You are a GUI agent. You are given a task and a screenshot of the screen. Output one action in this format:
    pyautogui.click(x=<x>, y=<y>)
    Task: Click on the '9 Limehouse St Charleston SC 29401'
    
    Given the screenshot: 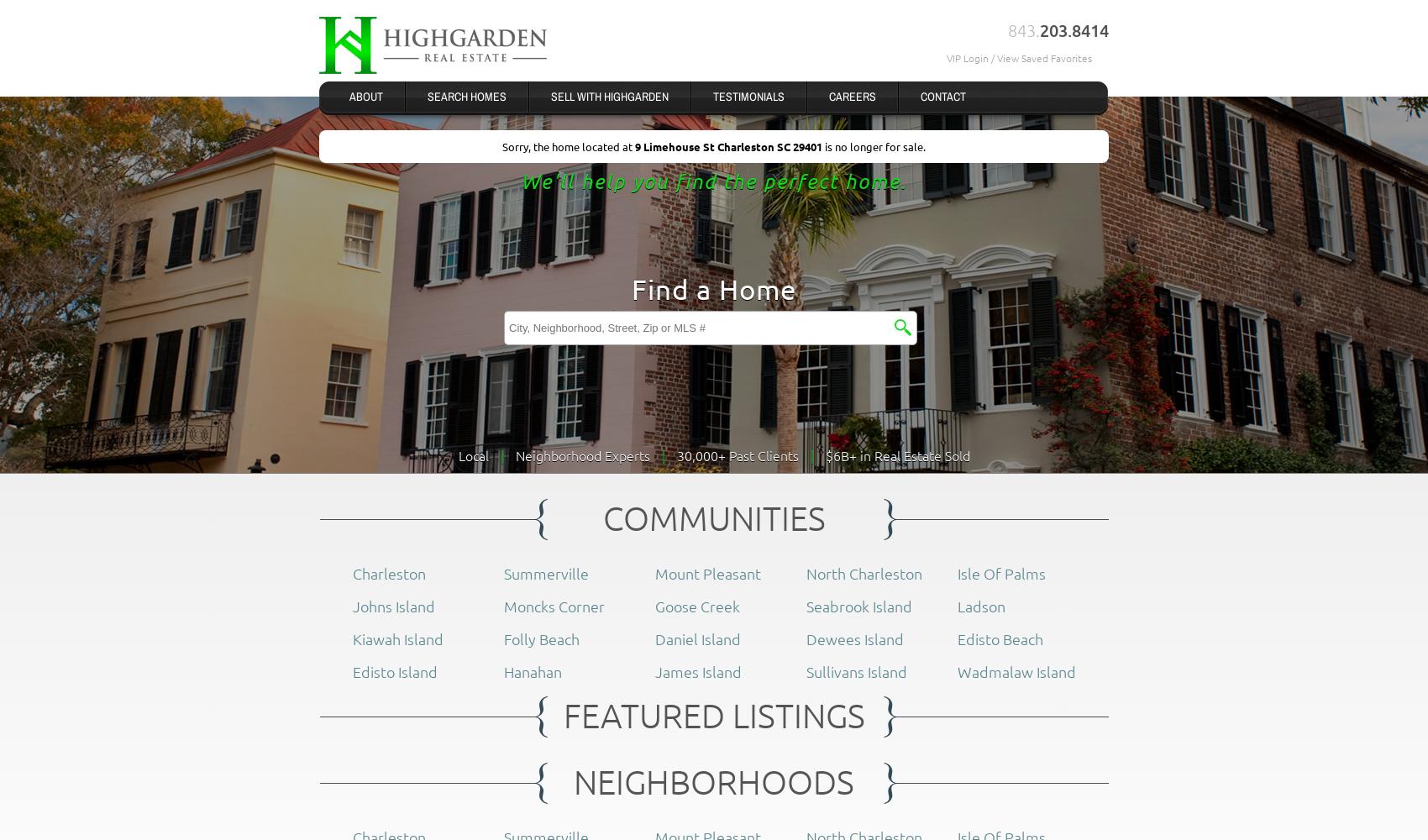 What is the action you would take?
    pyautogui.click(x=730, y=146)
    